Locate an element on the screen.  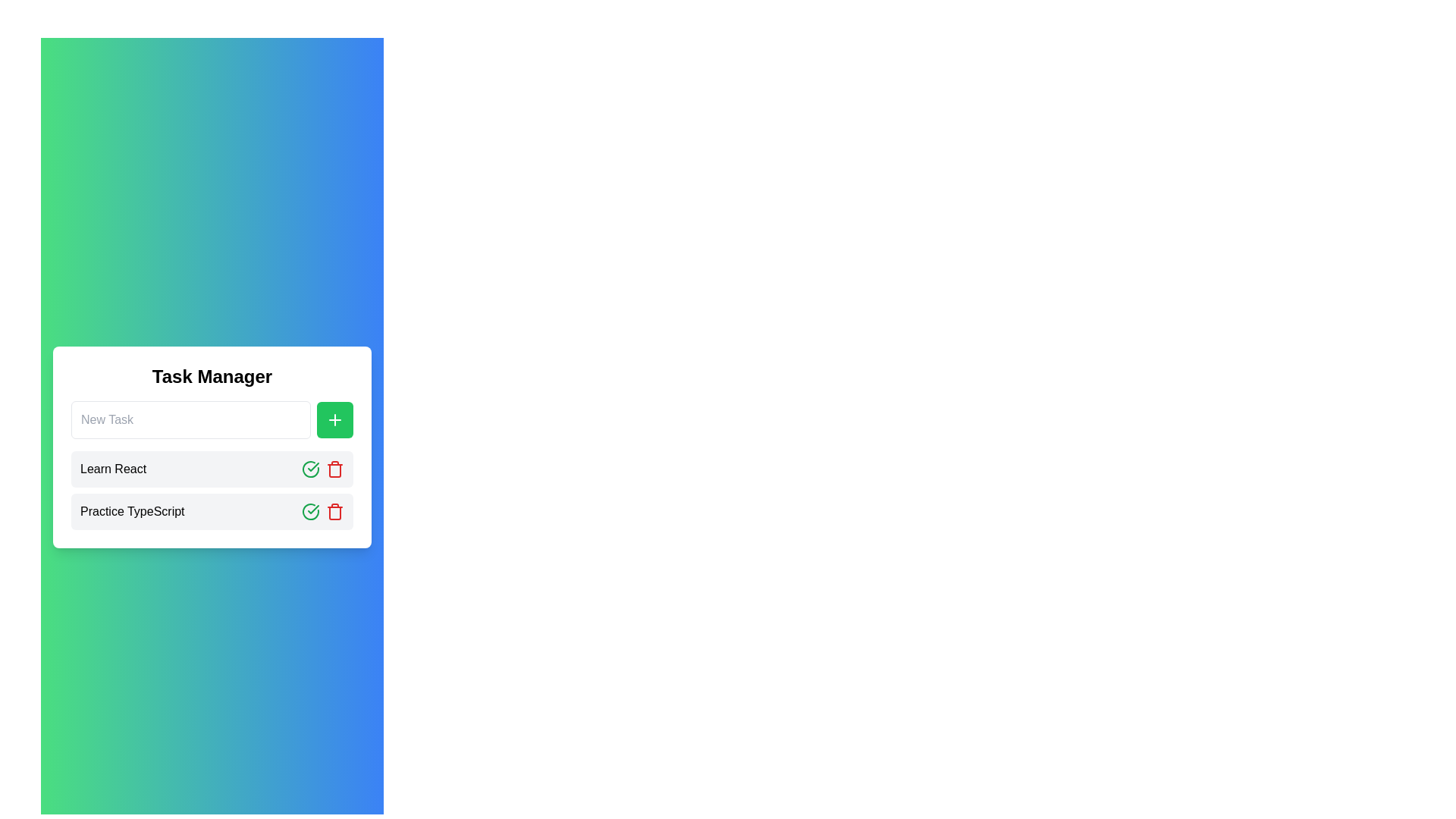
the confirmation icon located to the immediate right of the 'Learn React' text in the task manager application is located at coordinates (312, 509).